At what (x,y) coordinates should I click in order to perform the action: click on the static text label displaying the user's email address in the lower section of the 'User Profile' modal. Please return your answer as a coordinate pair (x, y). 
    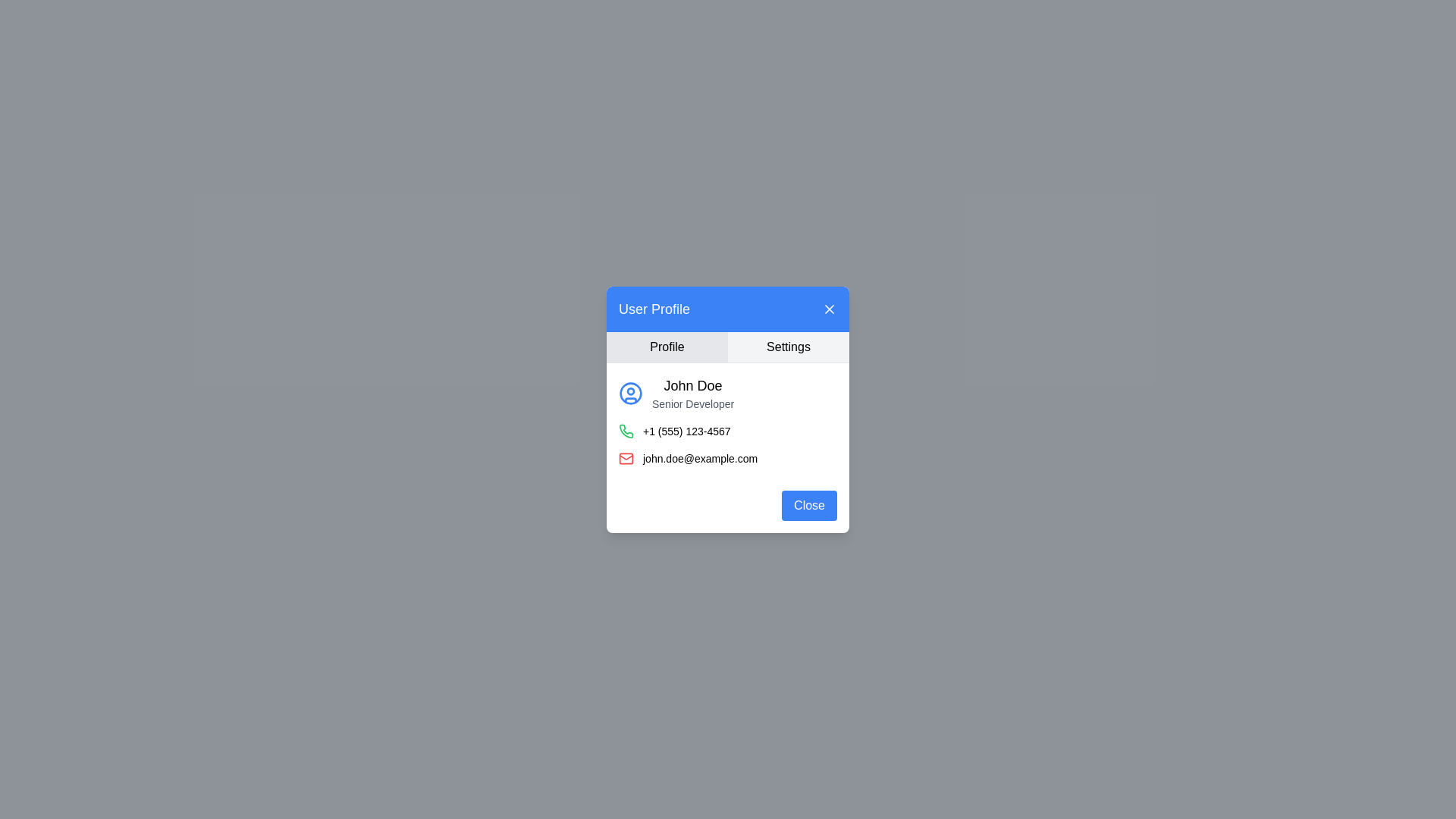
    Looking at the image, I should click on (699, 457).